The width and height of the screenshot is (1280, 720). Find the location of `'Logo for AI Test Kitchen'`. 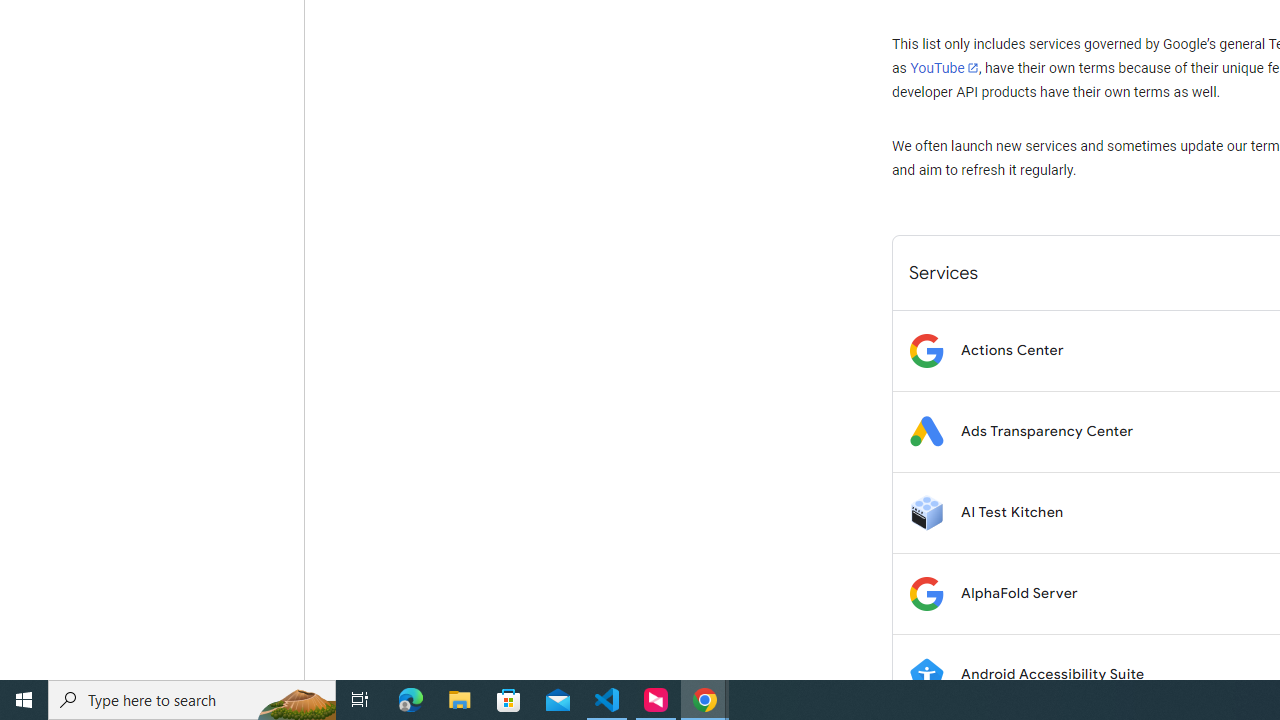

'Logo for AI Test Kitchen' is located at coordinates (925, 511).